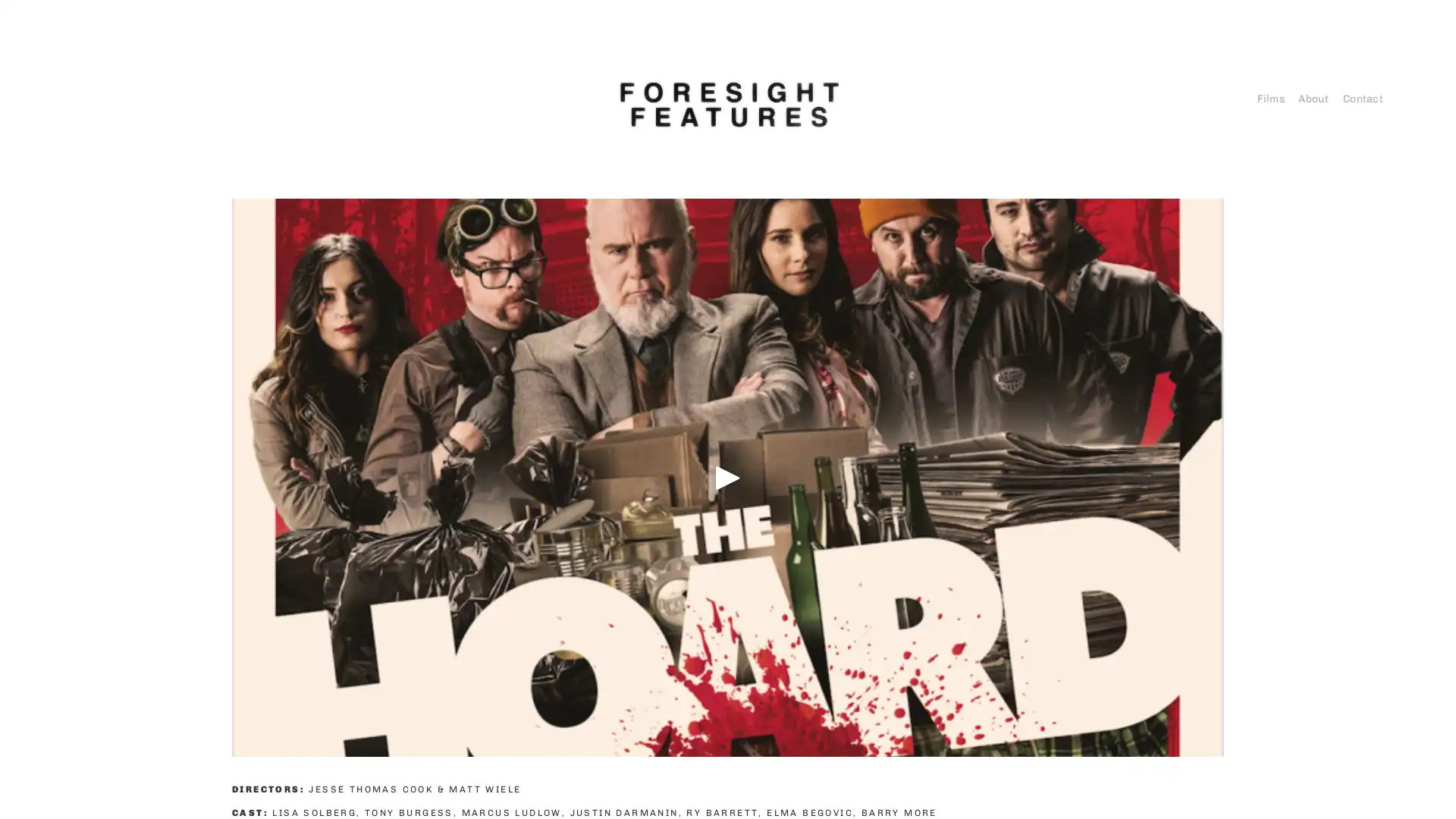 The width and height of the screenshot is (1456, 819). I want to click on Play, so click(728, 476).